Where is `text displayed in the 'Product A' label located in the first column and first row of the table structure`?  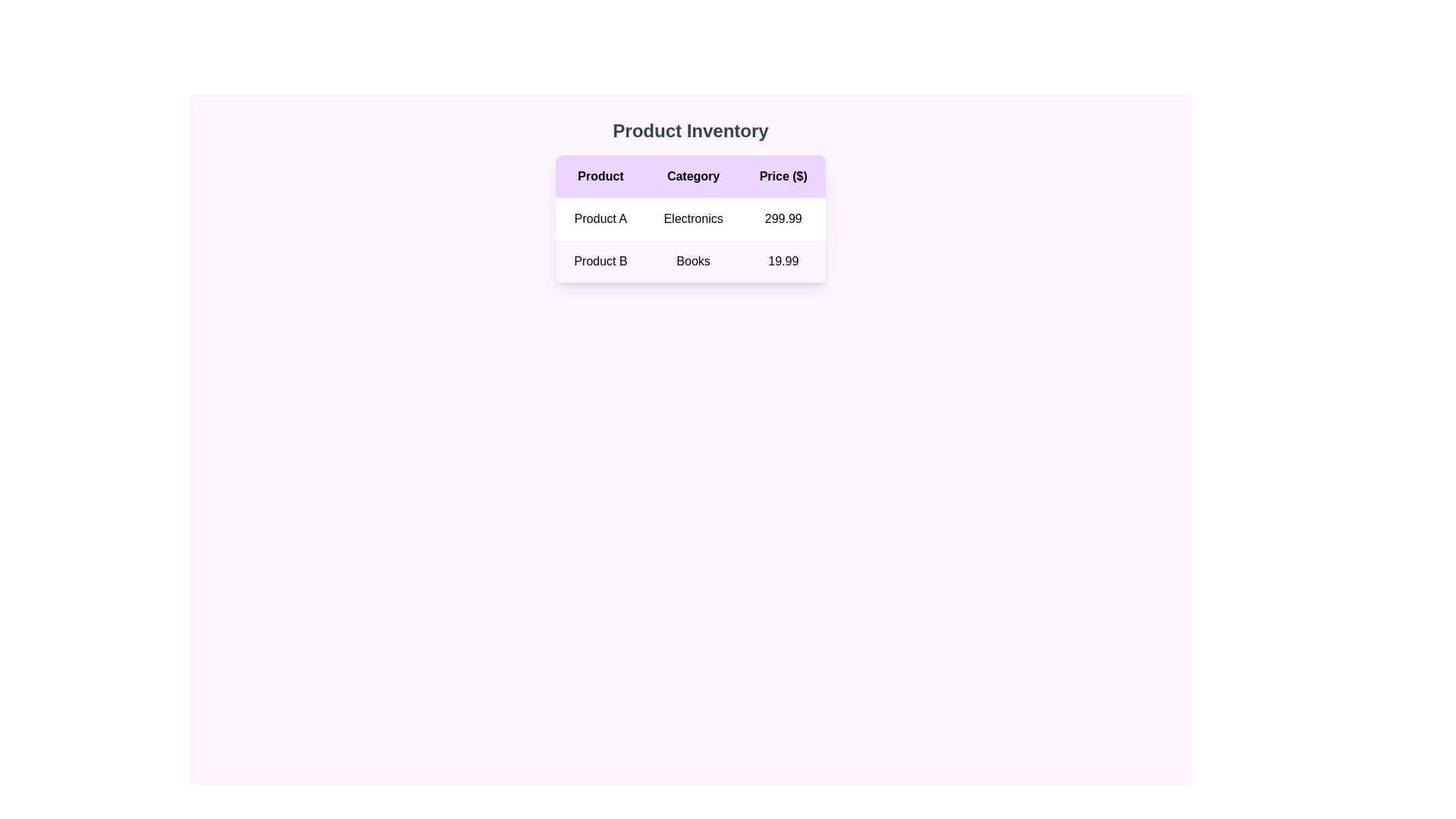
text displayed in the 'Product A' label located in the first column and first row of the table structure is located at coordinates (600, 219).